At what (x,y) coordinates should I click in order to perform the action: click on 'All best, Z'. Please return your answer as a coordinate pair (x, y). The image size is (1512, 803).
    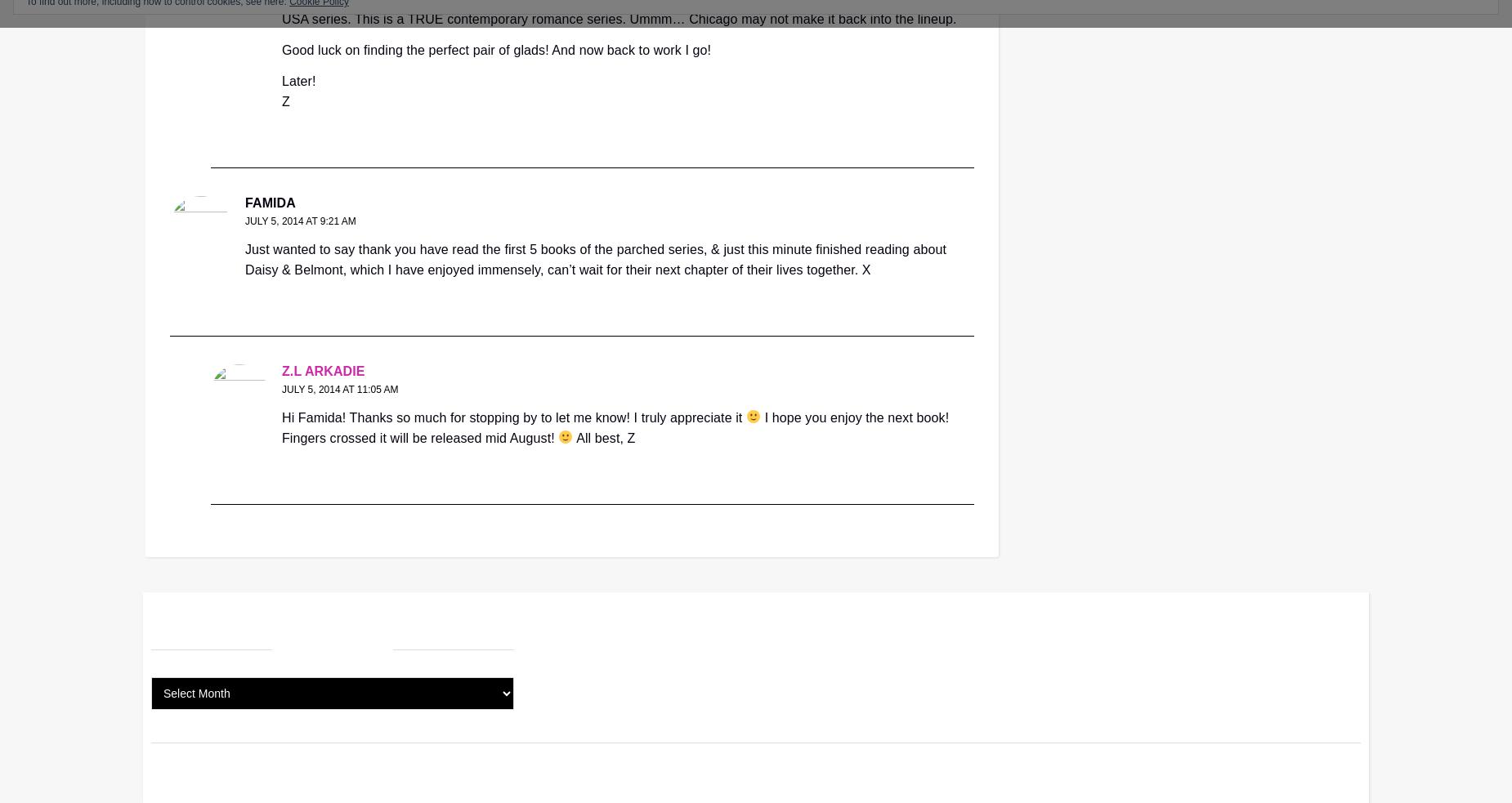
    Looking at the image, I should click on (572, 437).